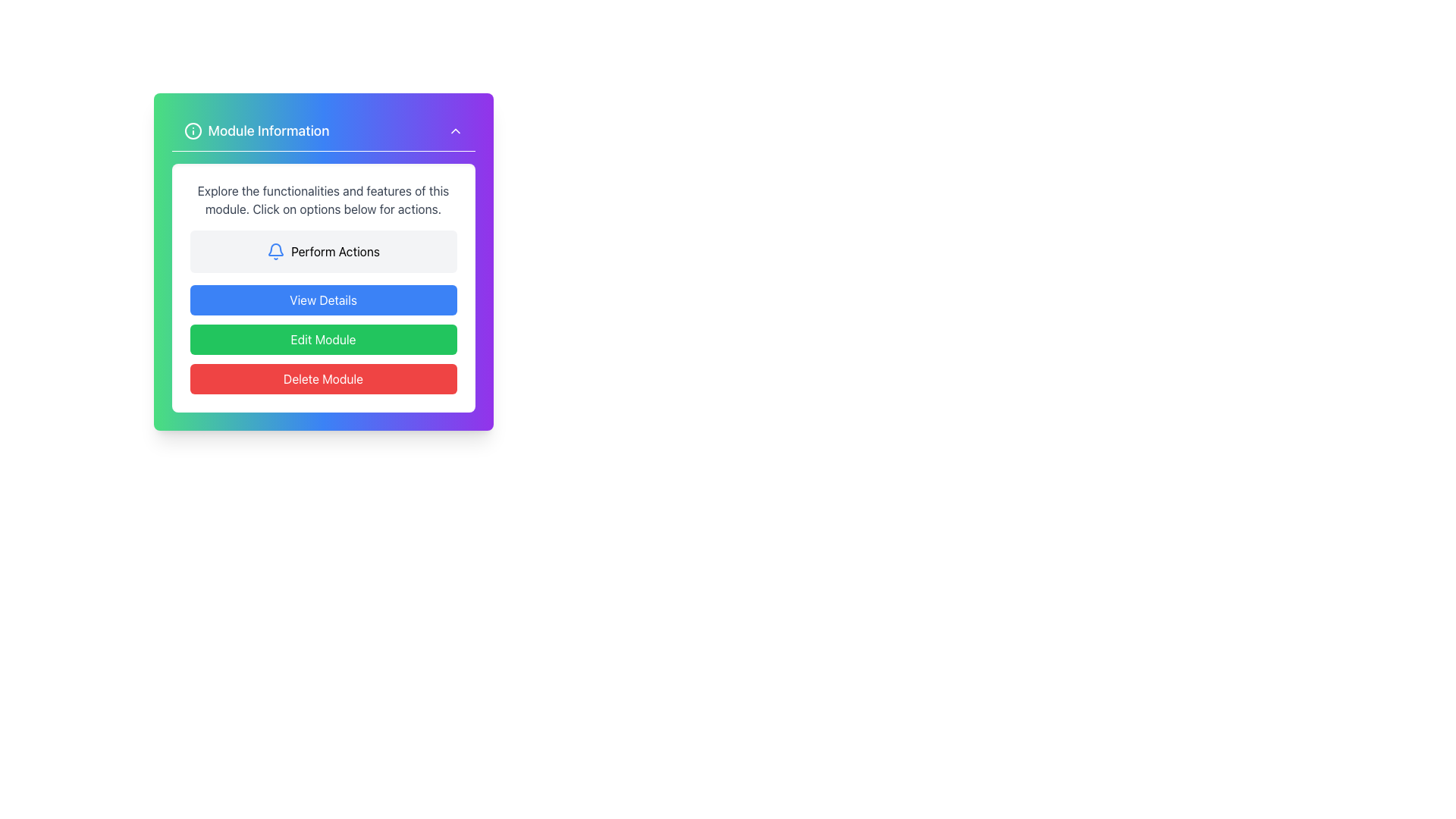  Describe the element at coordinates (322, 199) in the screenshot. I see `instructions provided in the informational text block located below the section title 'Module Information' in the rectangular card layout` at that location.